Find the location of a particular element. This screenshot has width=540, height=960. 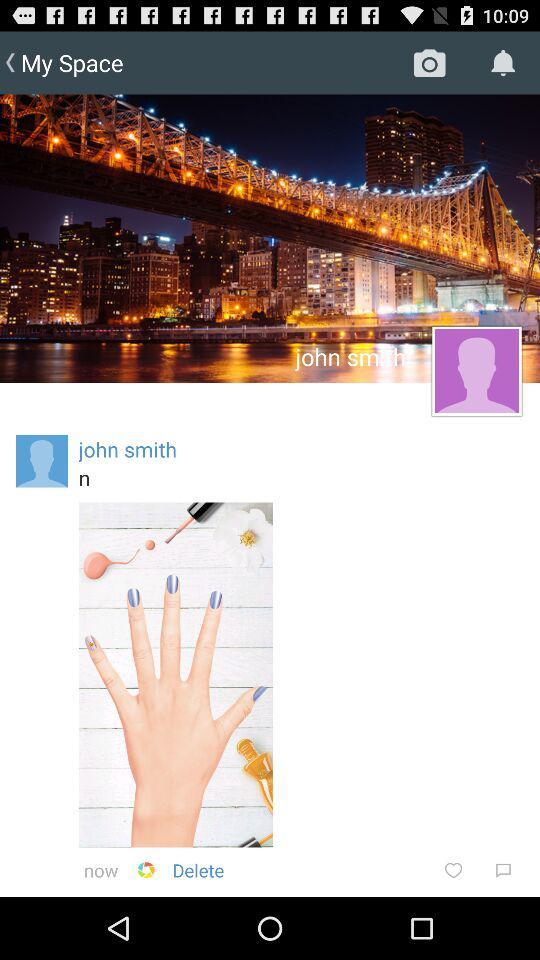

the item below n is located at coordinates (175, 674).